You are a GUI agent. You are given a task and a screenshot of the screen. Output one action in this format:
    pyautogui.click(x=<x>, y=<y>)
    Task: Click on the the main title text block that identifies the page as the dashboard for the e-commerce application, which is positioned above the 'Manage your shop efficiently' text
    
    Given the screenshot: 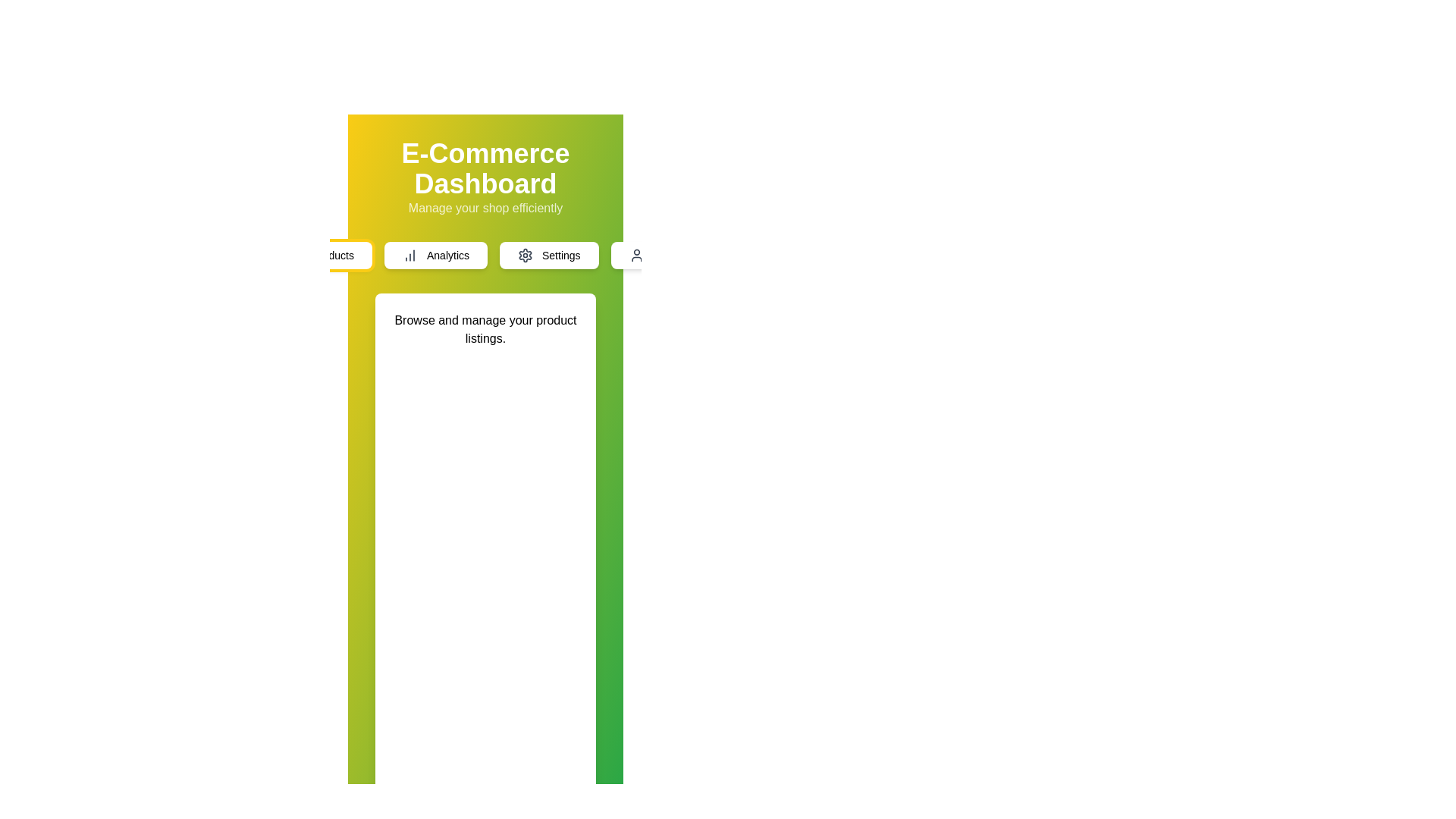 What is the action you would take?
    pyautogui.click(x=485, y=169)
    